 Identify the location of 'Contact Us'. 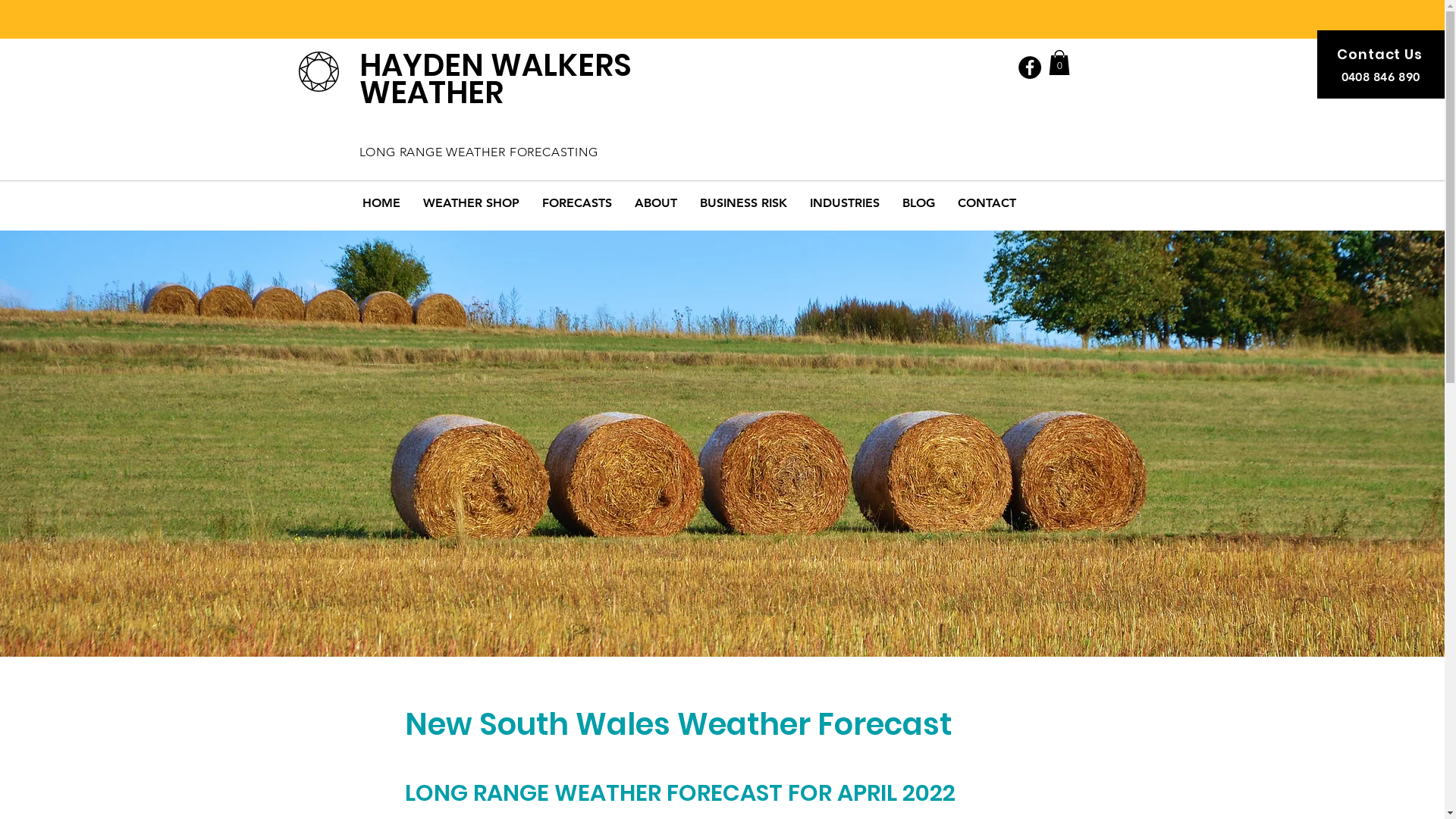
(1379, 53).